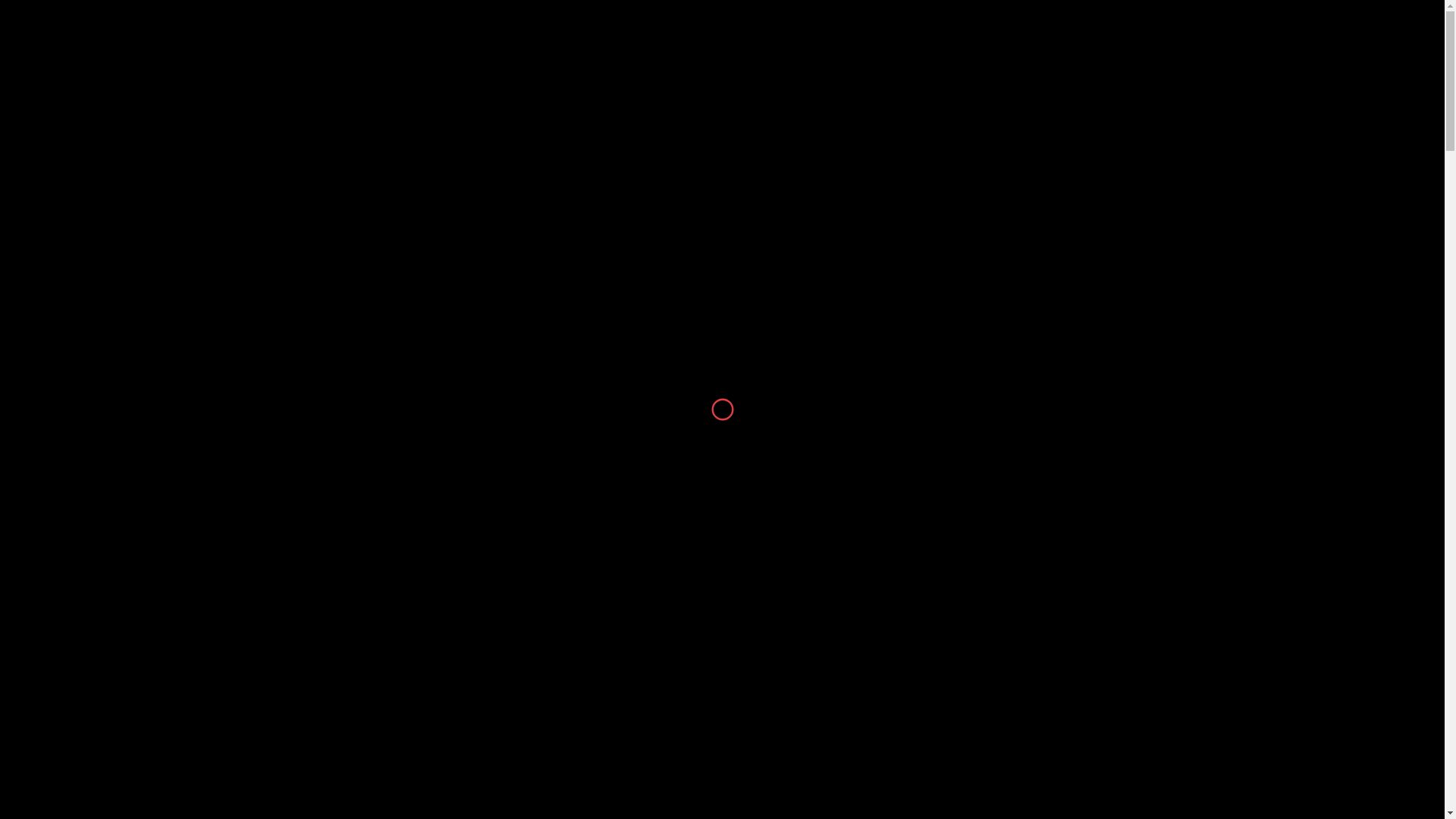 The image size is (1456, 819). Describe the element at coordinates (291, 90) in the screenshot. I see `'Home'` at that location.